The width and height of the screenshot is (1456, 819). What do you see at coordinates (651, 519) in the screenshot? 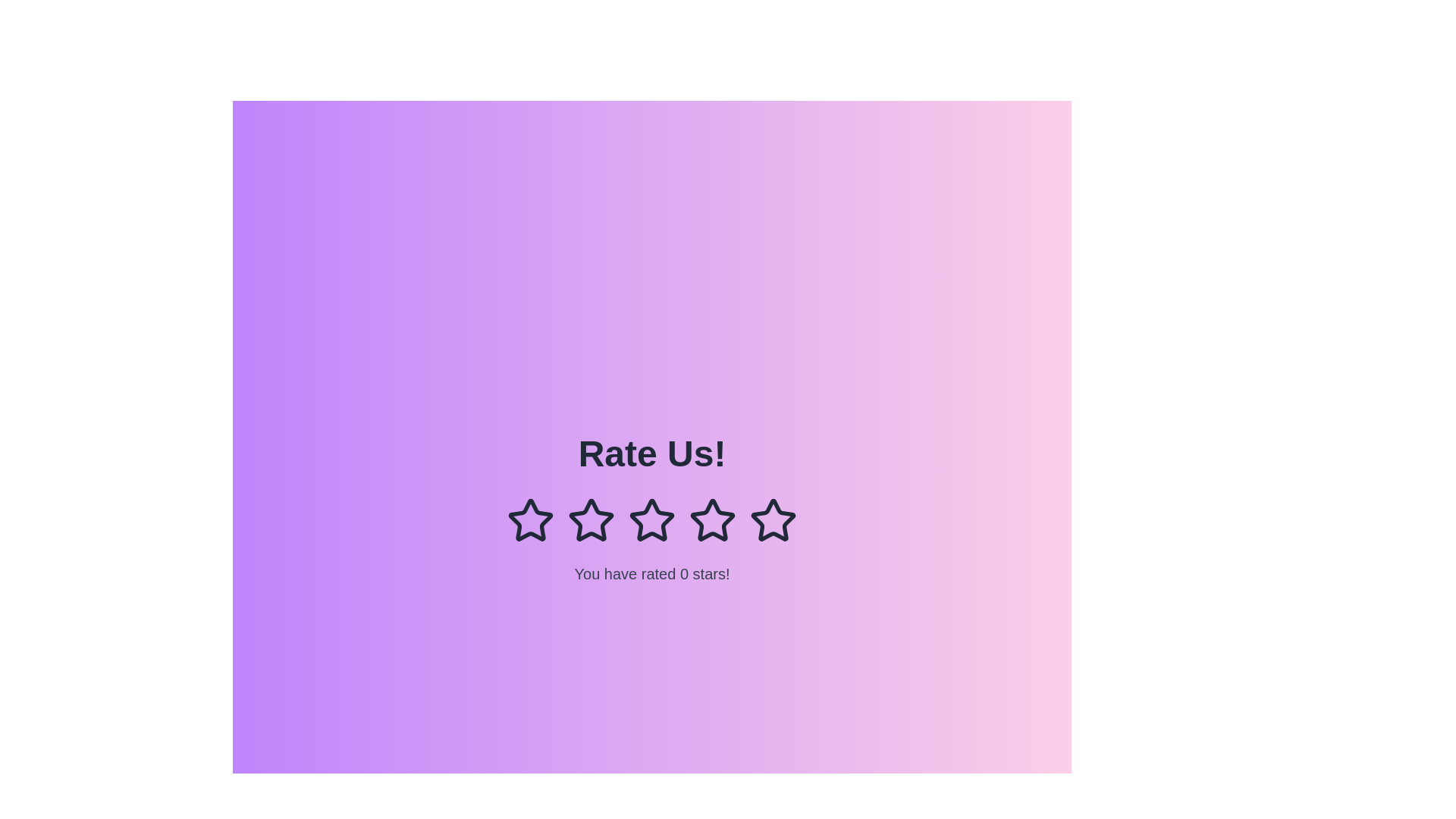
I see `the rating to 3 stars by clicking on the corresponding star` at bounding box center [651, 519].